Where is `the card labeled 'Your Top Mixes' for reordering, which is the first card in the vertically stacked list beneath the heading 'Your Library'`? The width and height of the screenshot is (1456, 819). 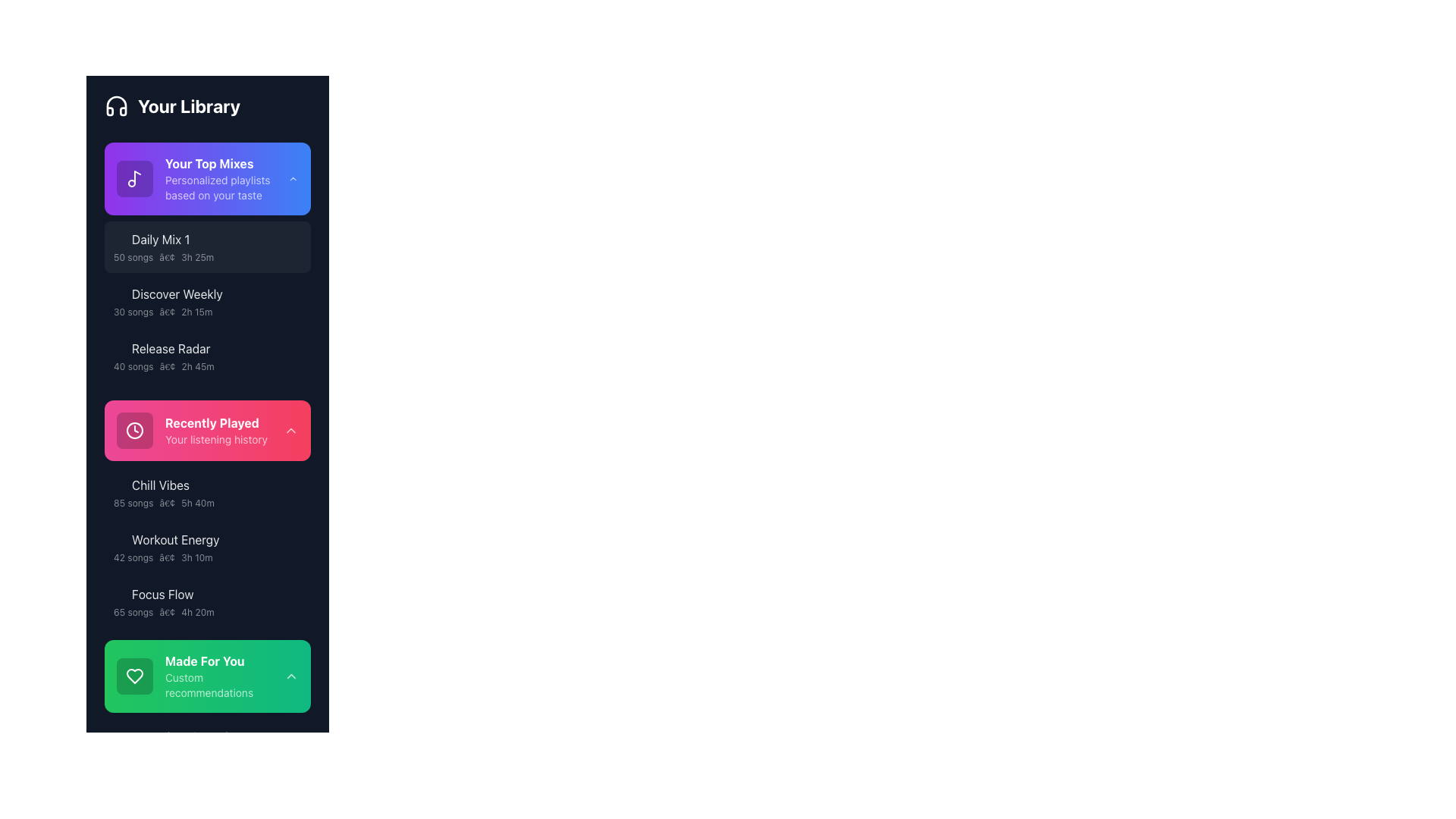
the card labeled 'Your Top Mixes' for reordering, which is the first card in the vertically stacked list beneath the heading 'Your Library' is located at coordinates (206, 177).